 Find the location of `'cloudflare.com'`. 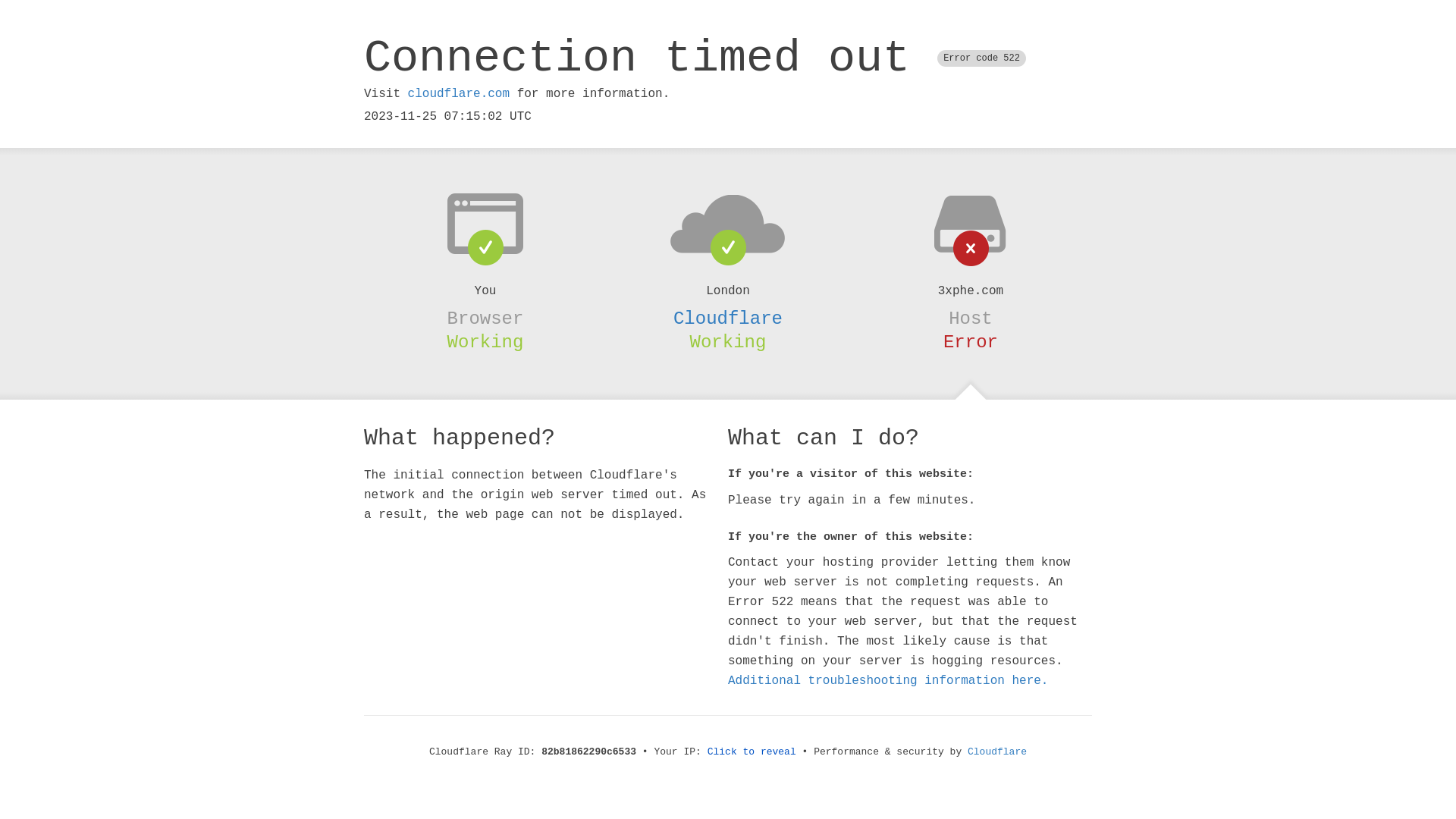

'cloudflare.com' is located at coordinates (457, 93).